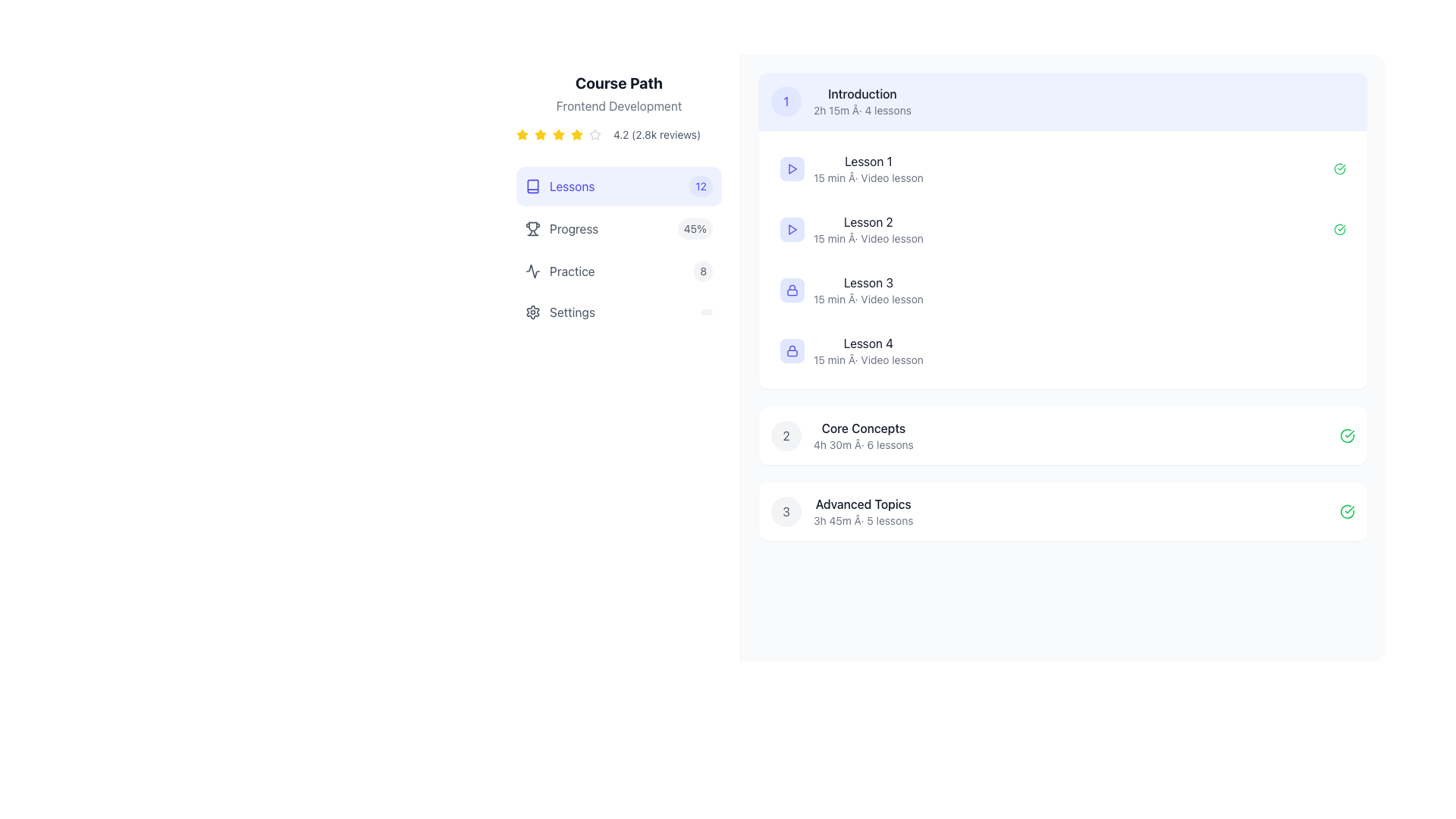  Describe the element at coordinates (1339, 230) in the screenshot. I see `the checkmark icon within a circle that indicates the completion of 'Lesson 2', located to the right of the lesson title under the 'Introduction' section` at that location.